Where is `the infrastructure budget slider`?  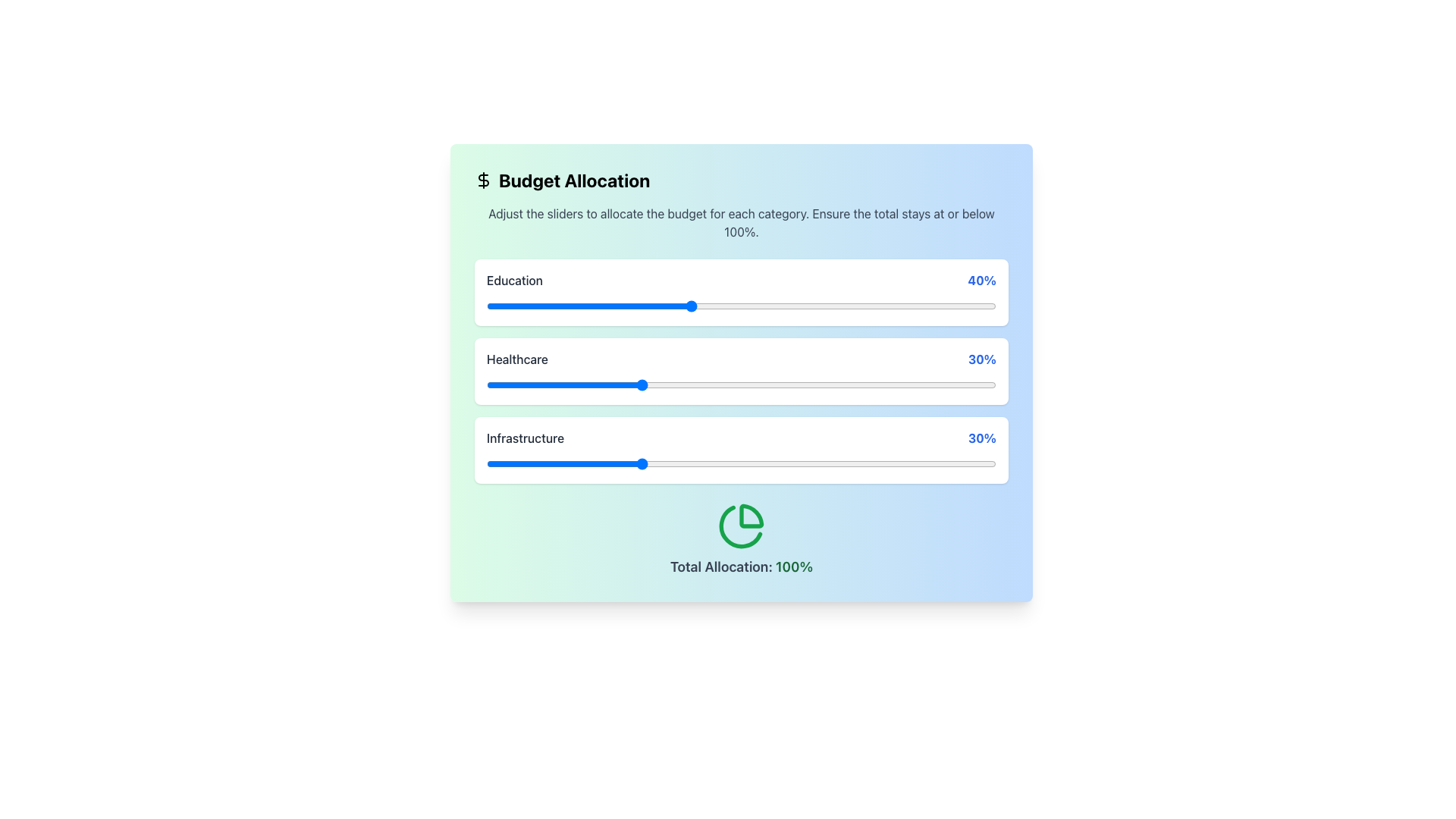
the infrastructure budget slider is located at coordinates (976, 463).